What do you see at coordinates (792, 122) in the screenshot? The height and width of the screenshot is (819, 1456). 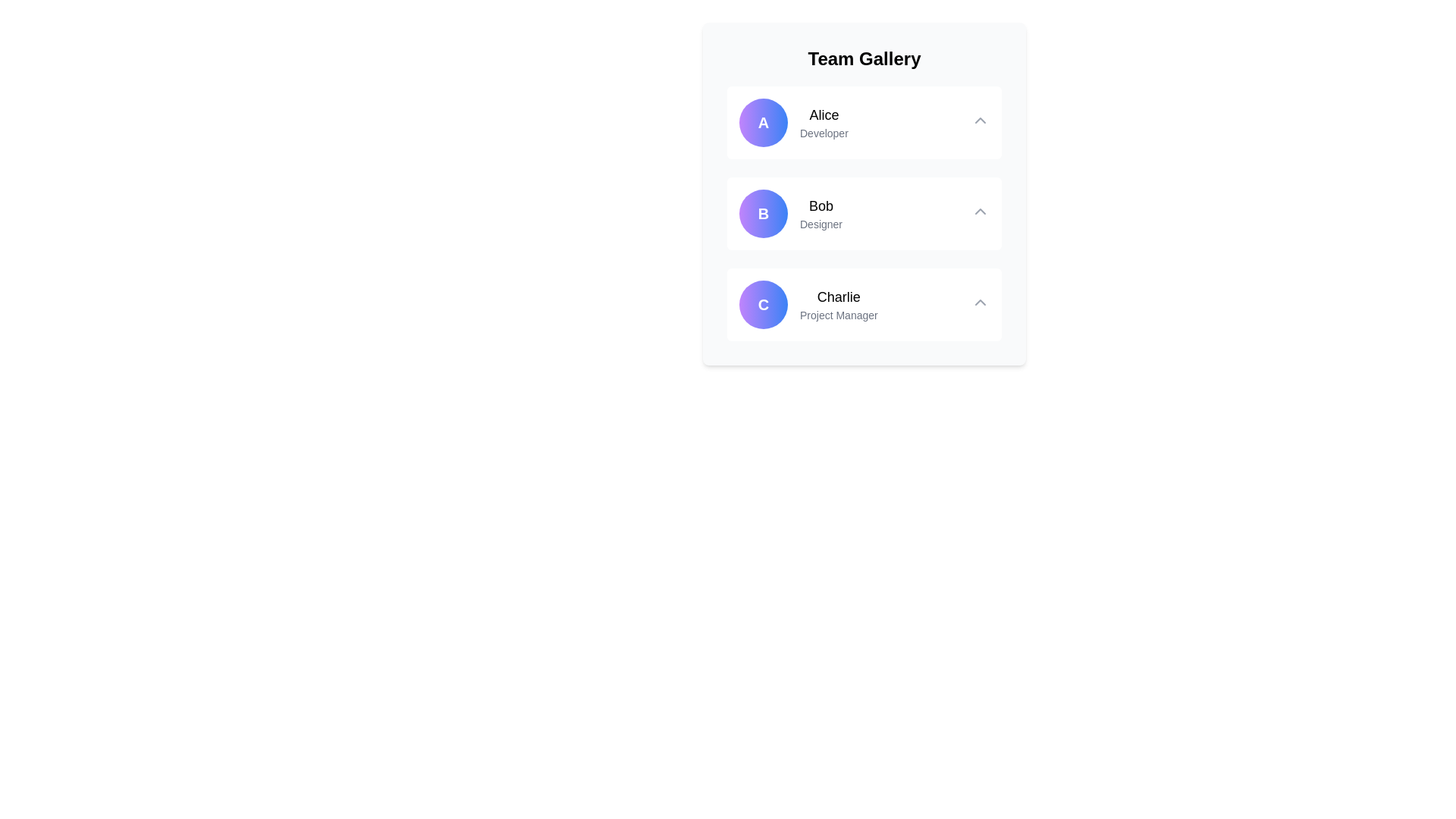 I see `the first profile card in the Team Gallery section that displays the name 'Alice' and role 'Developer'` at bounding box center [792, 122].